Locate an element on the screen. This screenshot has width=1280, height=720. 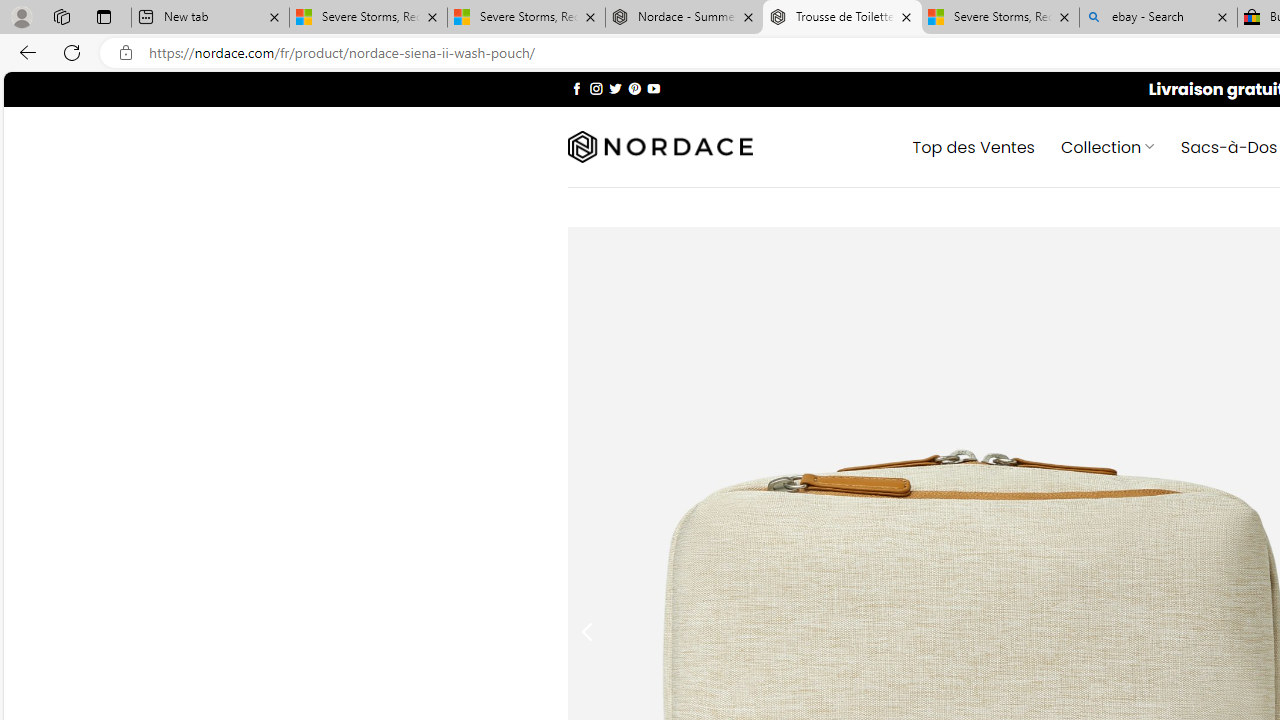
'  Top des Ventes' is located at coordinates (973, 145).